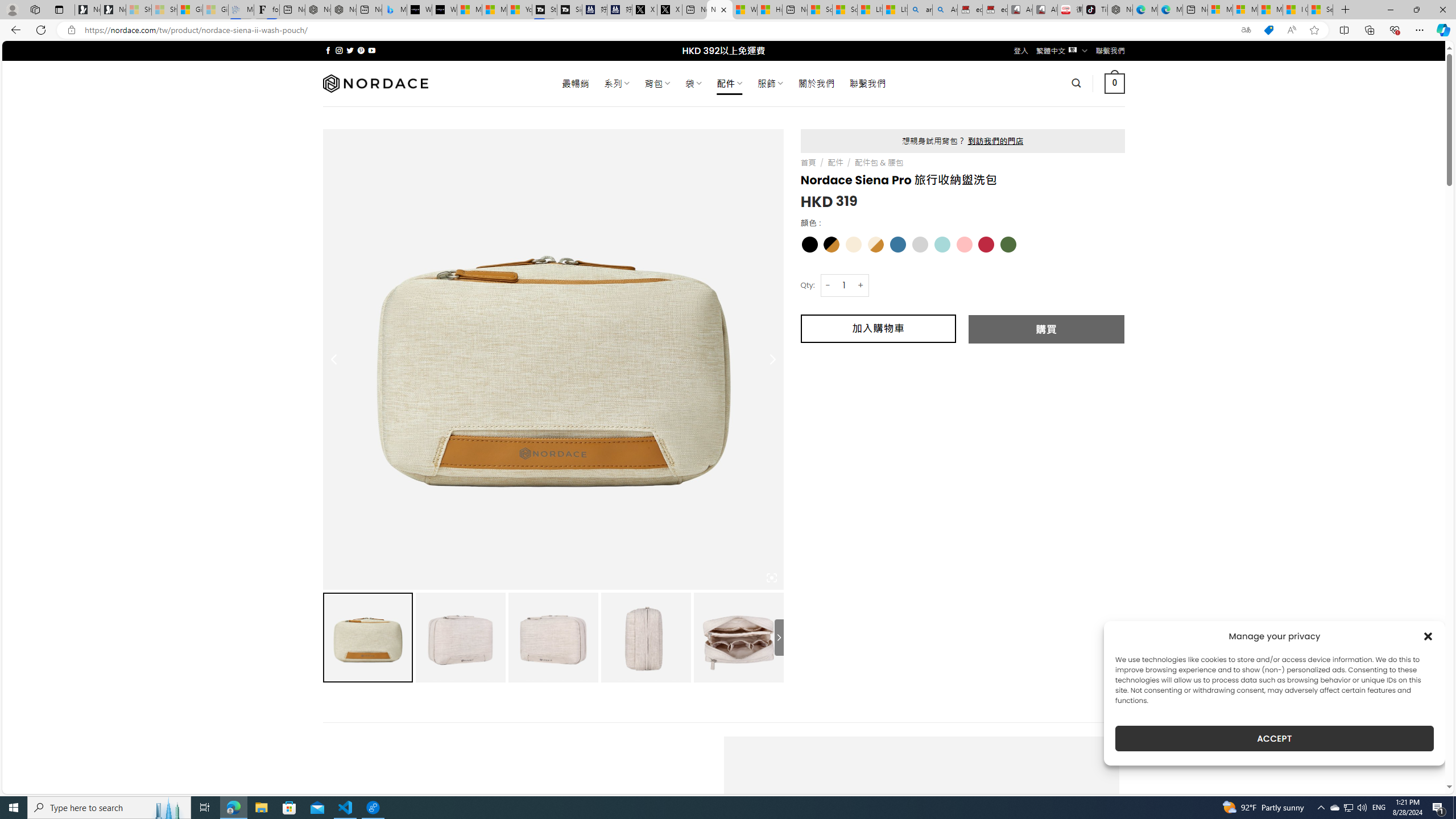 This screenshot has width=1456, height=819. Describe the element at coordinates (770, 9) in the screenshot. I see `'Huge shark washes ashore at New York City beach | Watch'` at that location.